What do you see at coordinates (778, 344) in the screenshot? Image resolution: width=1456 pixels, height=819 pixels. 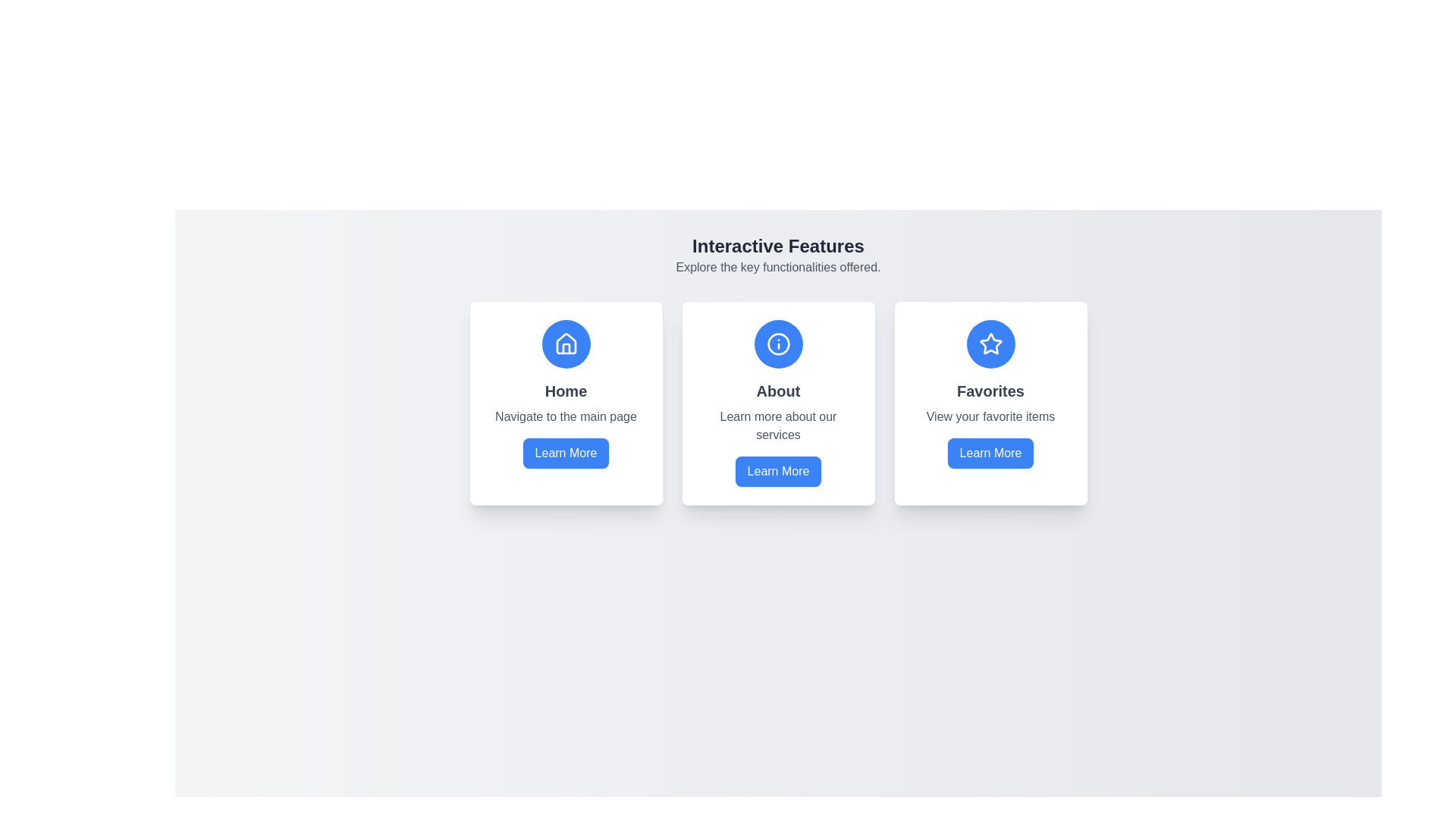 I see `the circular blue icon with a white outlined information symbol located in the center of the 'About' card, which contains the heading 'About' and the text 'Learn more about our services'` at bounding box center [778, 344].